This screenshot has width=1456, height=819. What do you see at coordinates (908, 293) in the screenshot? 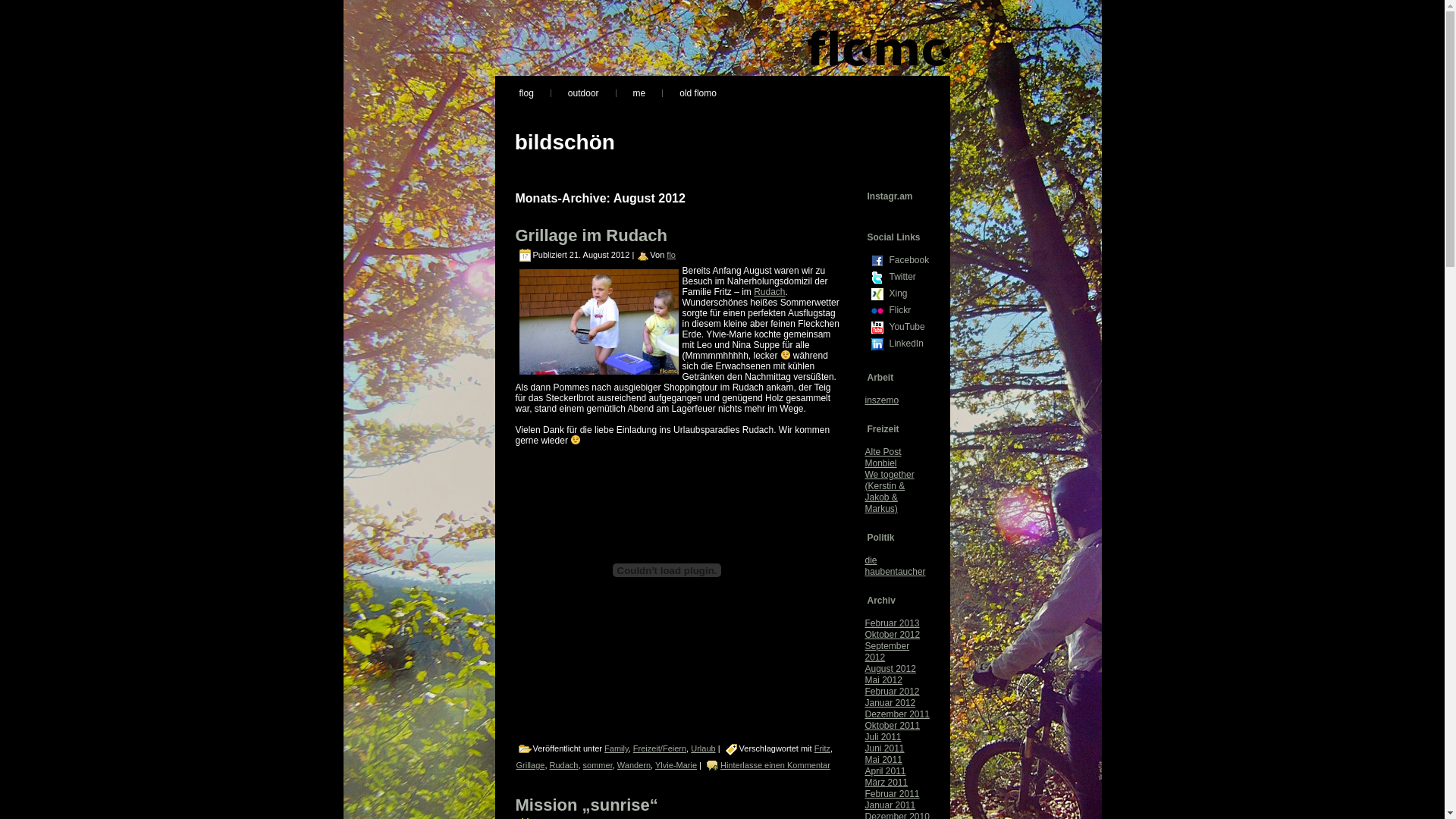
I see `'Xing'` at bounding box center [908, 293].